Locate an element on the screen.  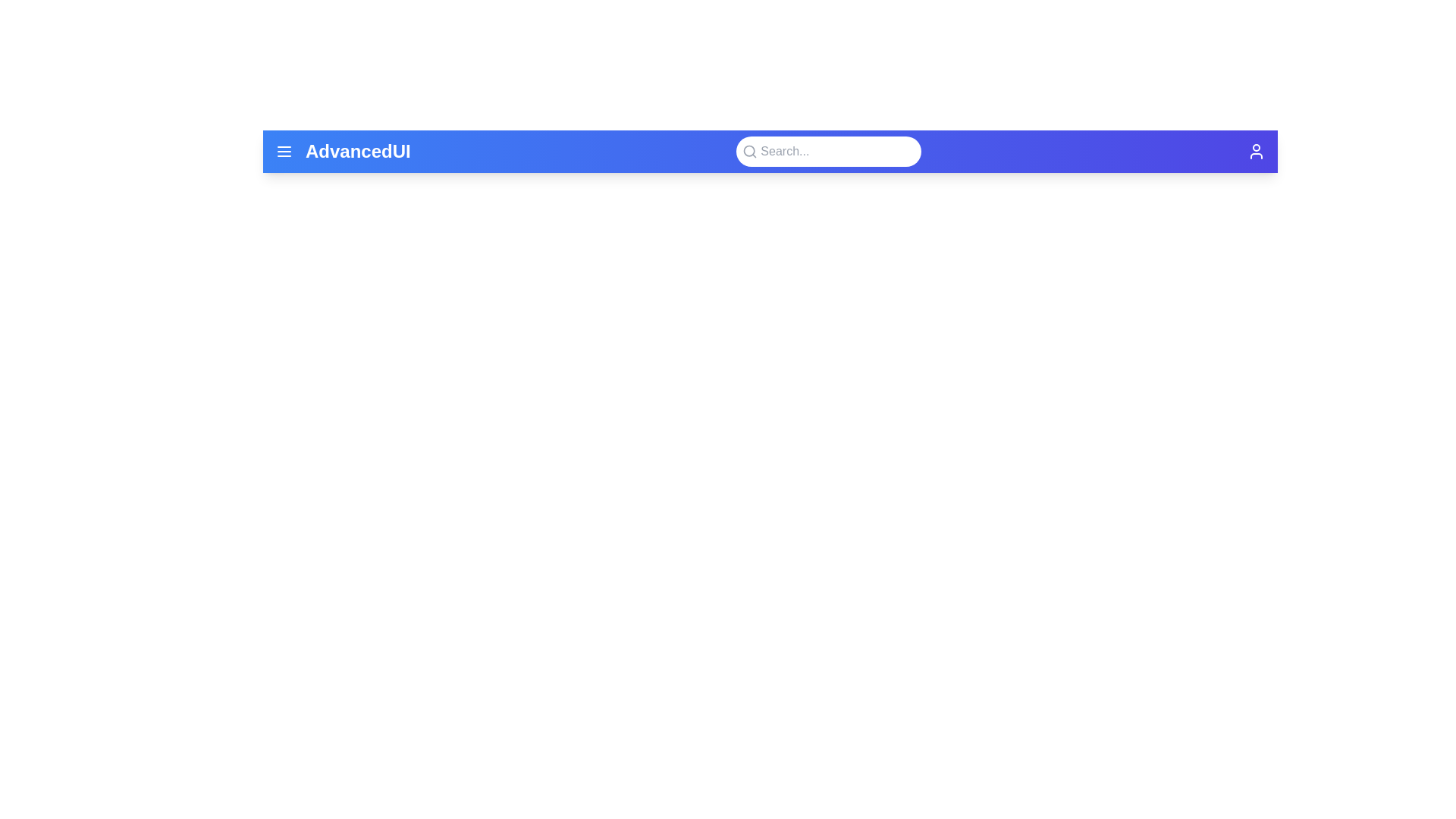
the user icon to toggle the visibility of the user menu is located at coordinates (1256, 152).